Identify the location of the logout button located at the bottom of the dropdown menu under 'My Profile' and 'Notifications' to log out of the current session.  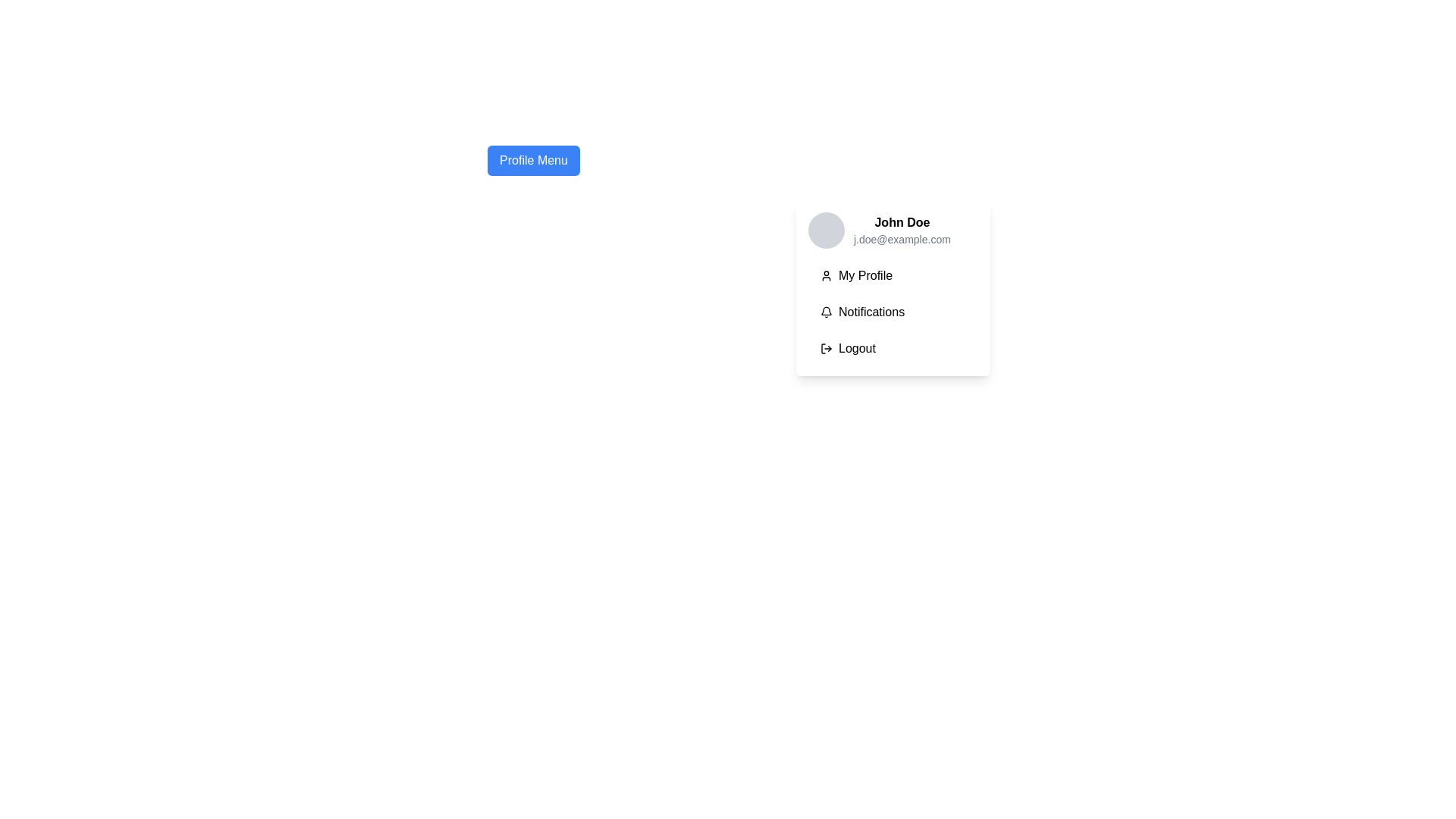
(893, 348).